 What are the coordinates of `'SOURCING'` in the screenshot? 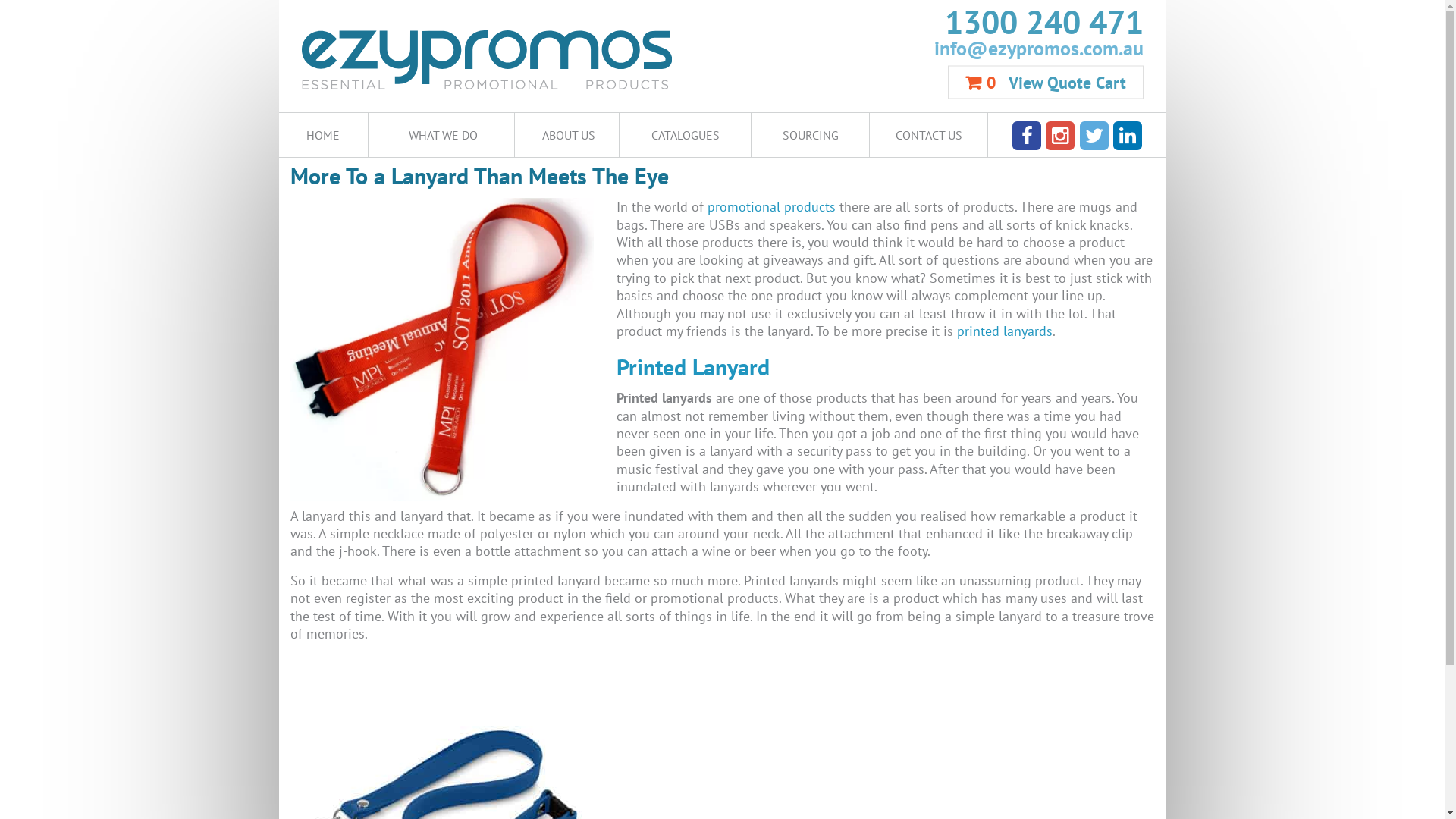 It's located at (809, 133).